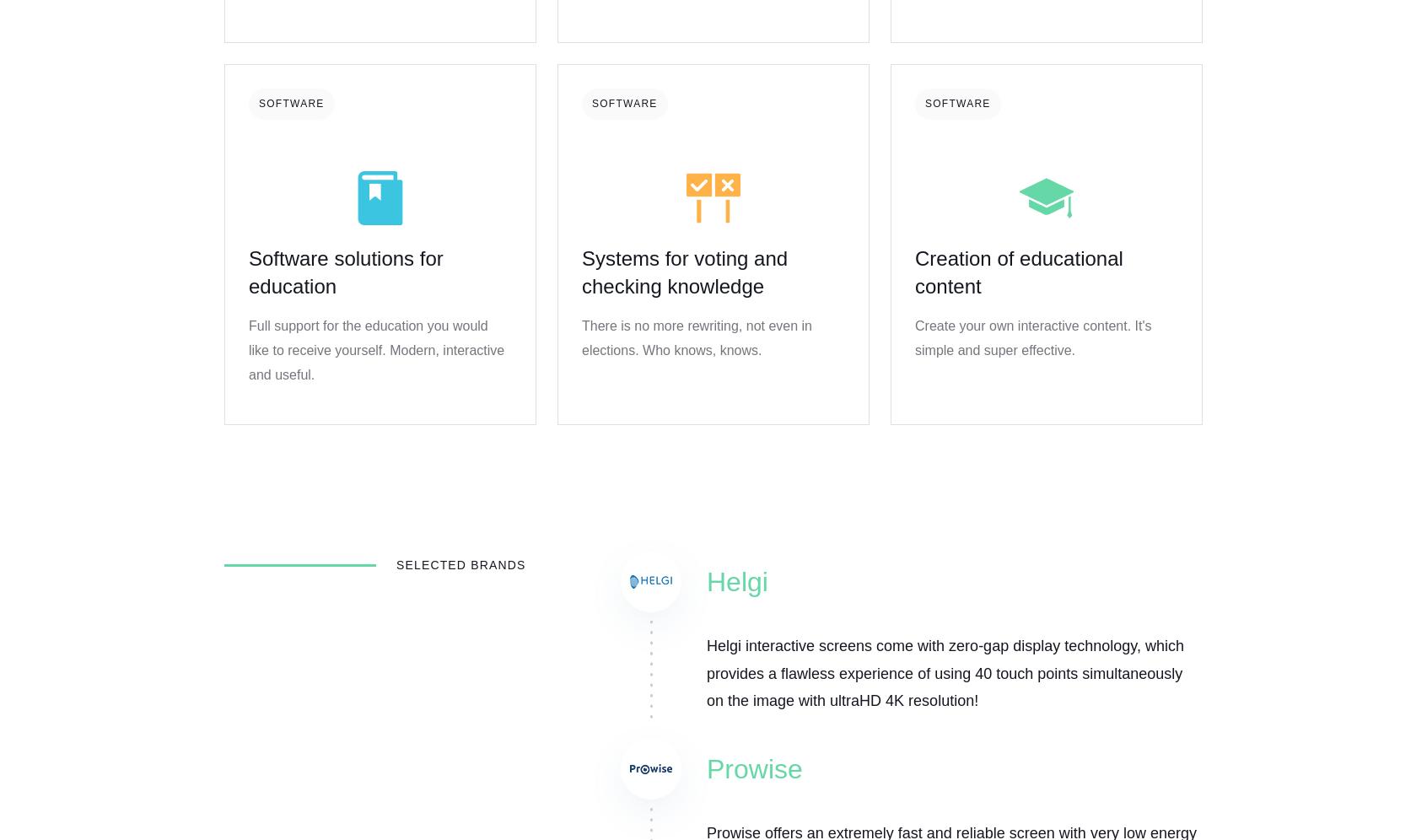 The width and height of the screenshot is (1427, 840). I want to click on 'Create your own interactive content. It's simple and super effective.', so click(915, 337).